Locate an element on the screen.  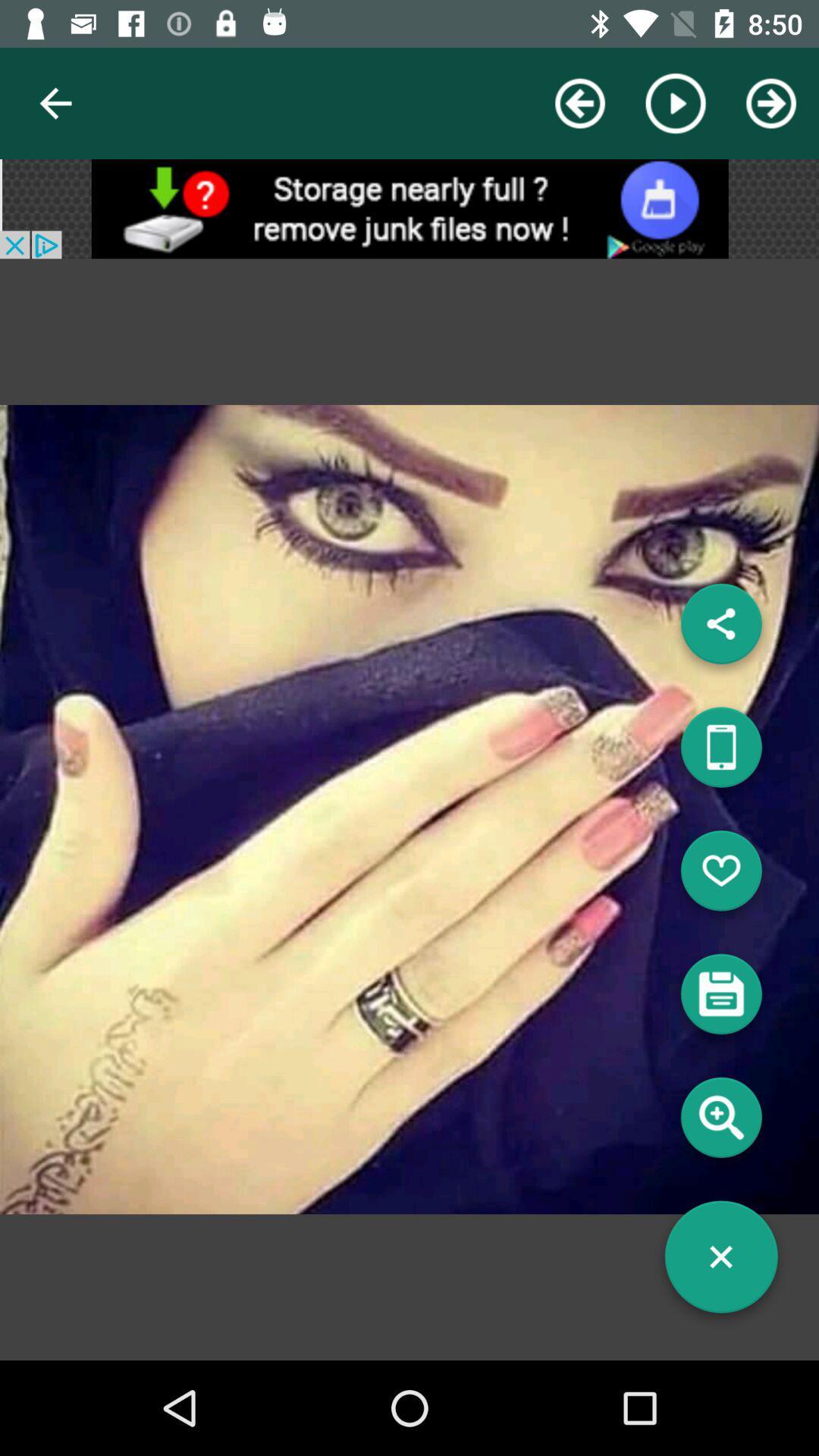
advertisement is located at coordinates (409, 208).